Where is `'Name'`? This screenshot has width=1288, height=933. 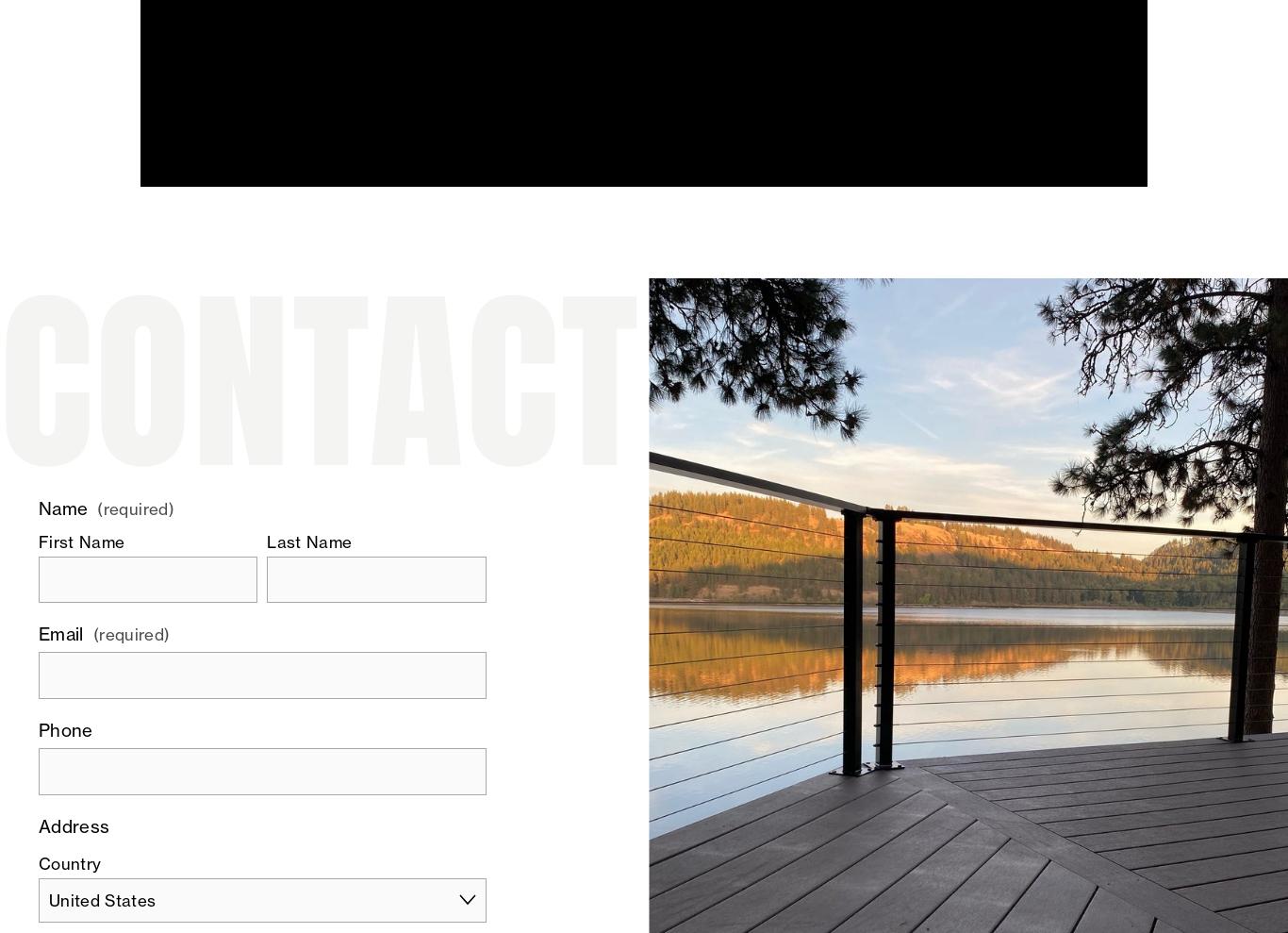
'Name' is located at coordinates (62, 508).